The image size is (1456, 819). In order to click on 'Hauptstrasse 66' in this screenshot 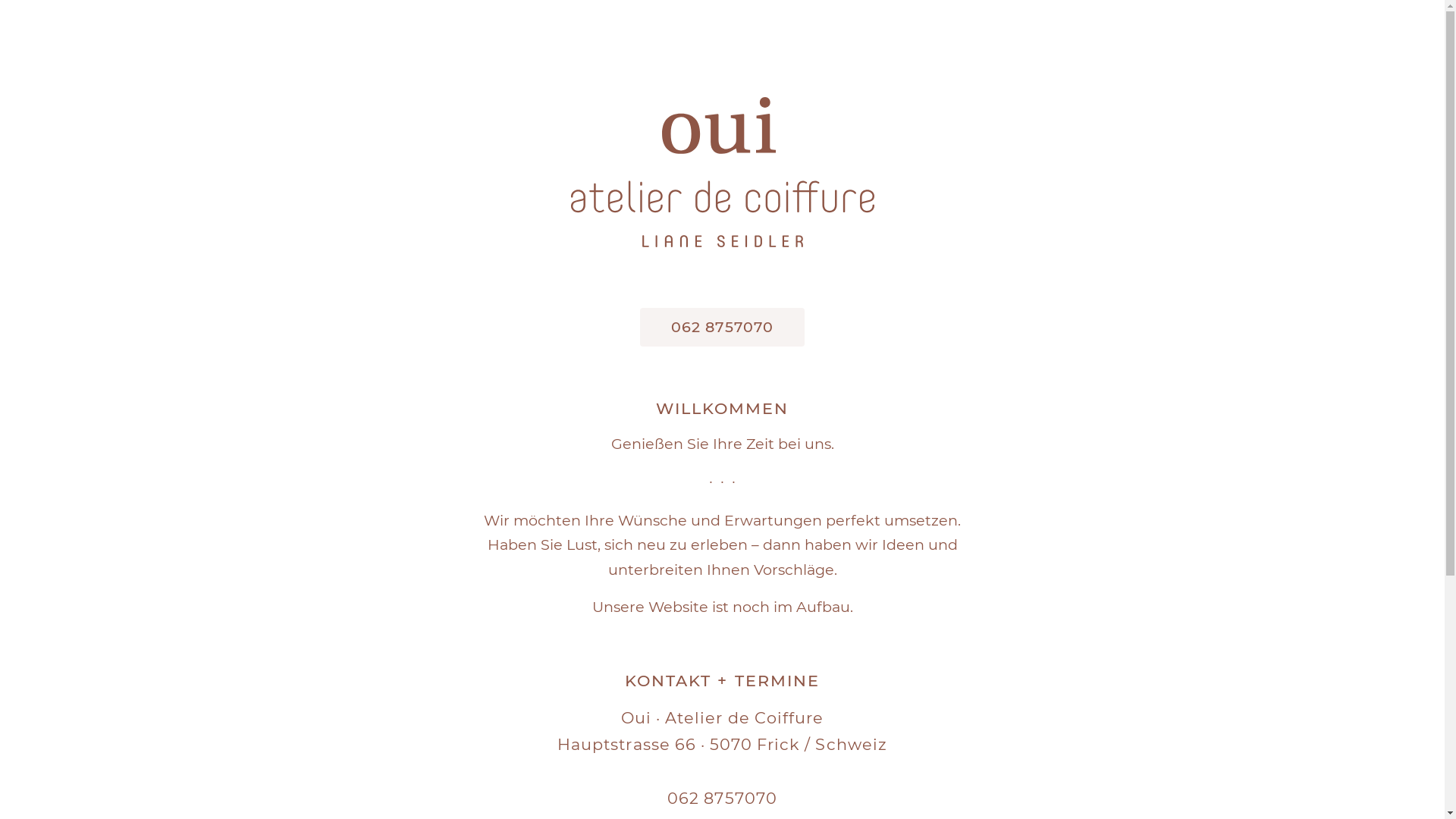, I will do `click(626, 743)`.